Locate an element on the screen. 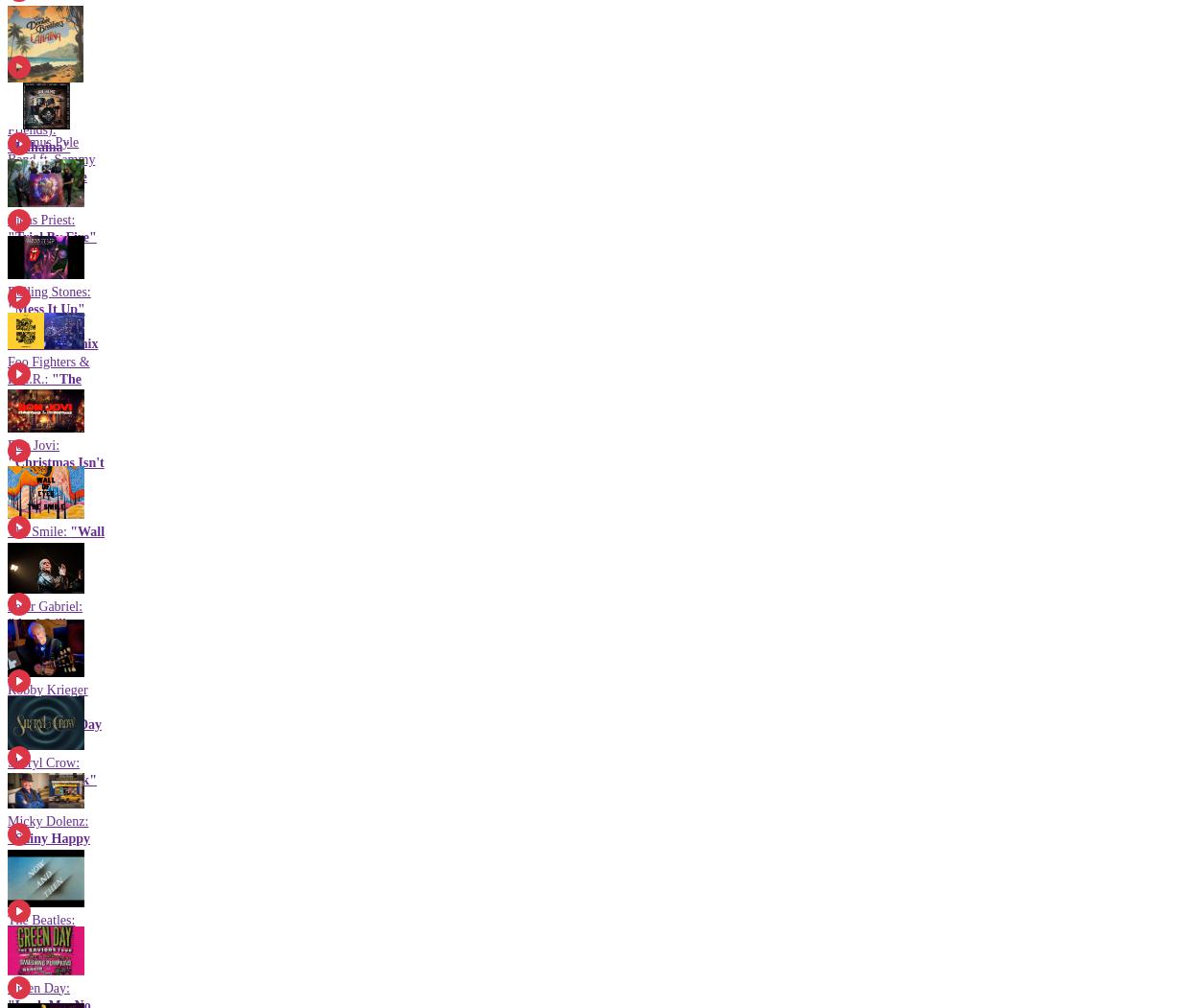 Image resolution: width=1177 pixels, height=1008 pixels. 'Peter Gabriel:' is located at coordinates (44, 605).